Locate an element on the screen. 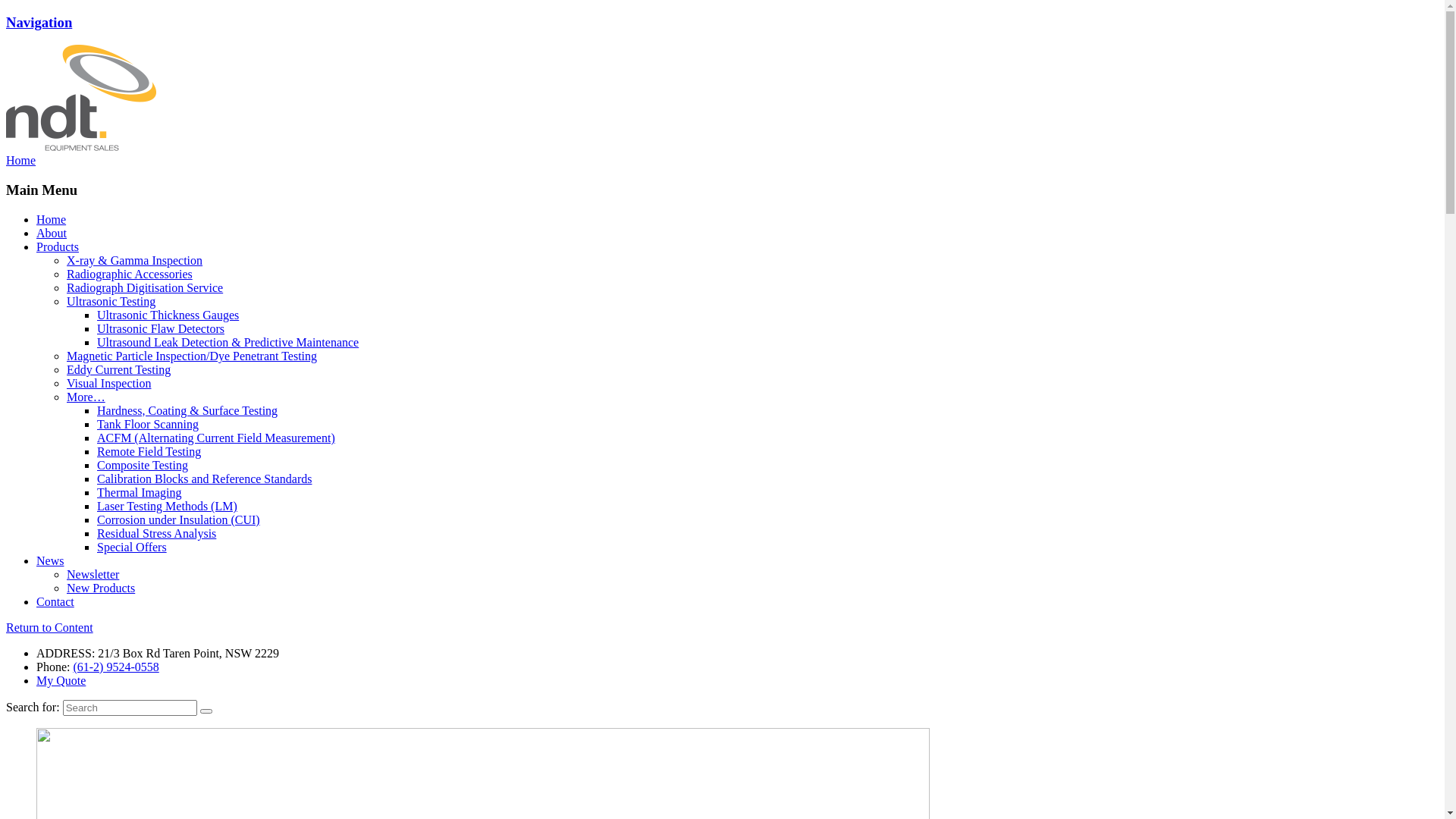 The width and height of the screenshot is (1456, 819). 'My Quote' is located at coordinates (61, 679).